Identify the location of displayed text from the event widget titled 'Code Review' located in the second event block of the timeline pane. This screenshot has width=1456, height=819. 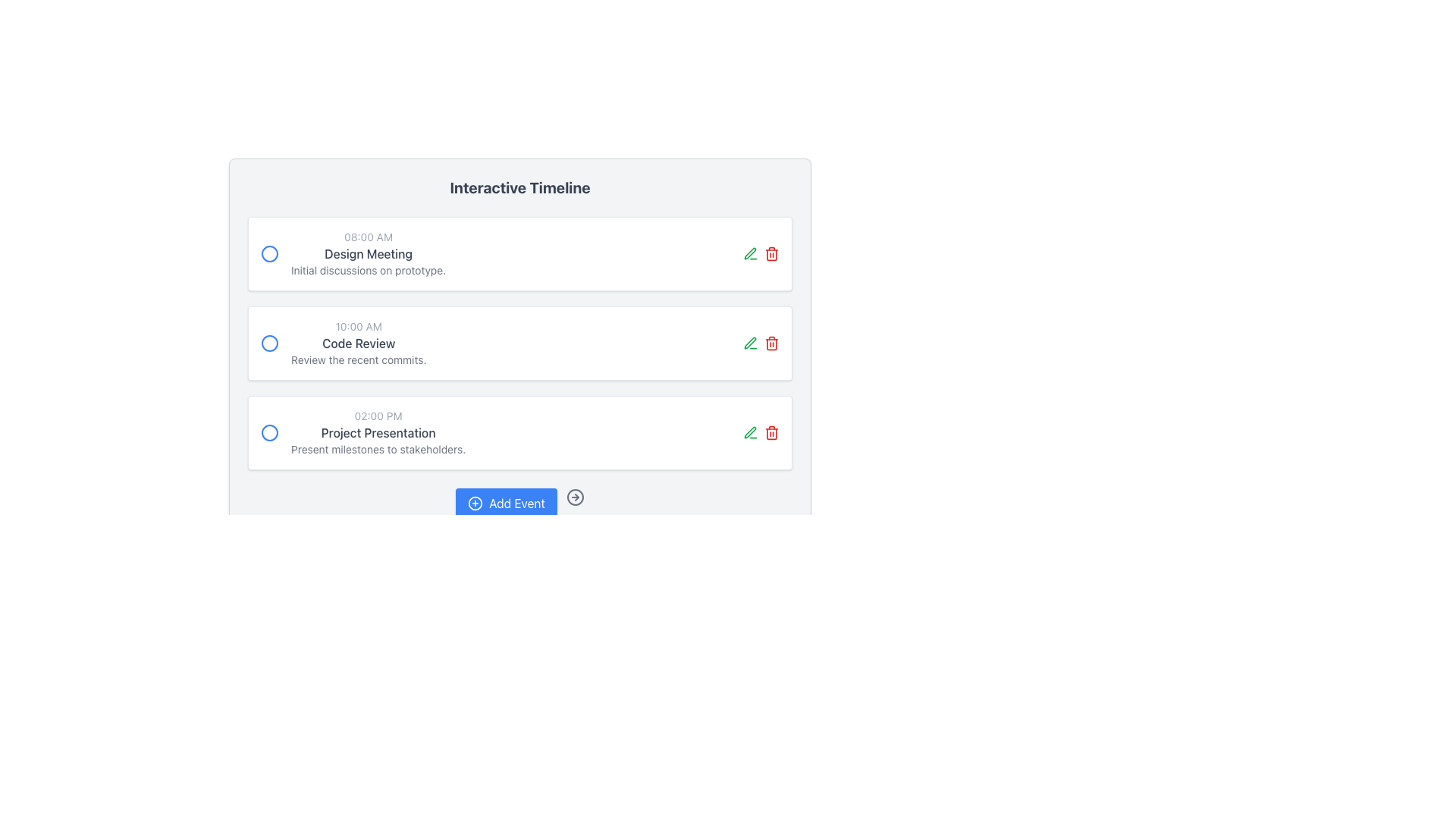
(343, 343).